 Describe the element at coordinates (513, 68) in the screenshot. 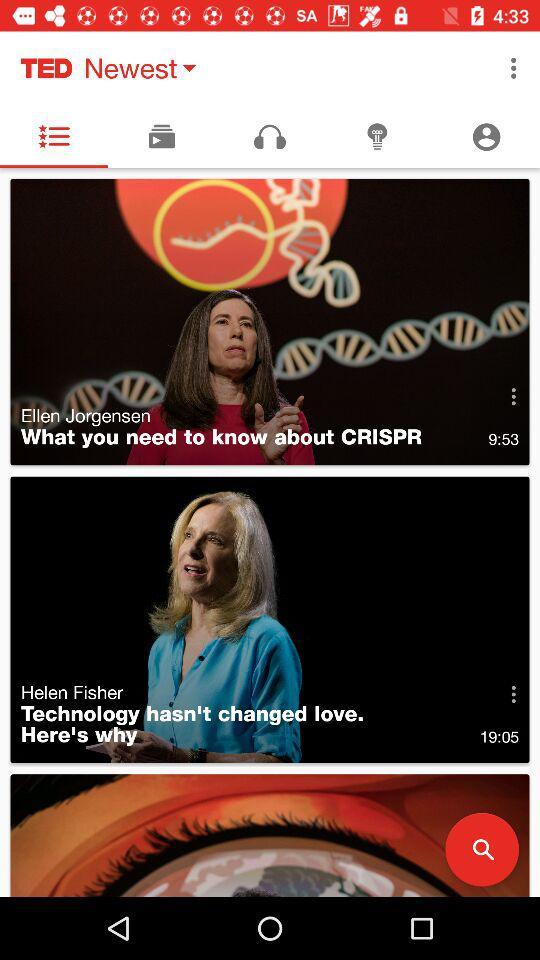

I see `icon next to the newest icon` at that location.